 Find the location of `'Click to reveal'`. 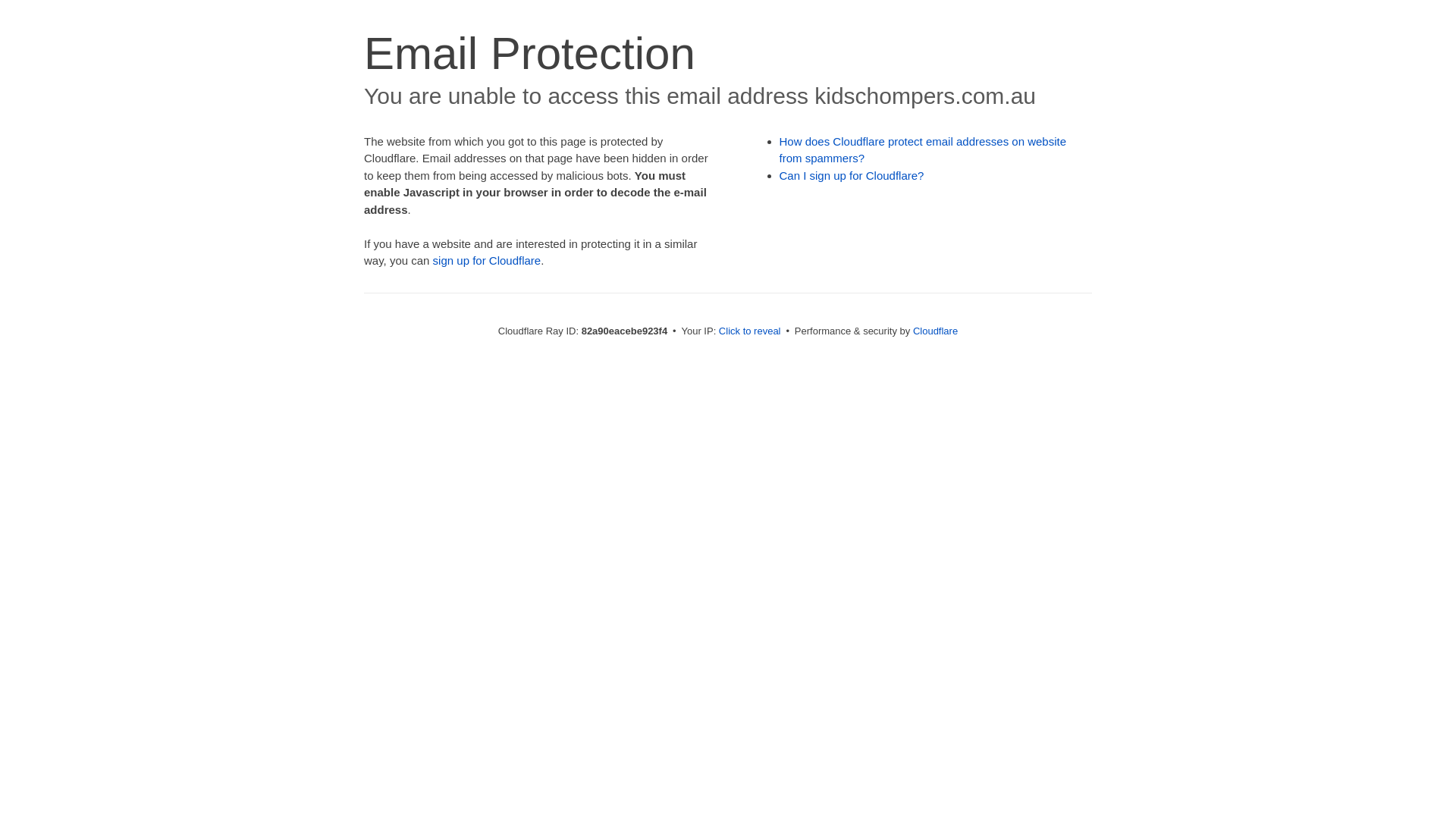

'Click to reveal' is located at coordinates (749, 330).